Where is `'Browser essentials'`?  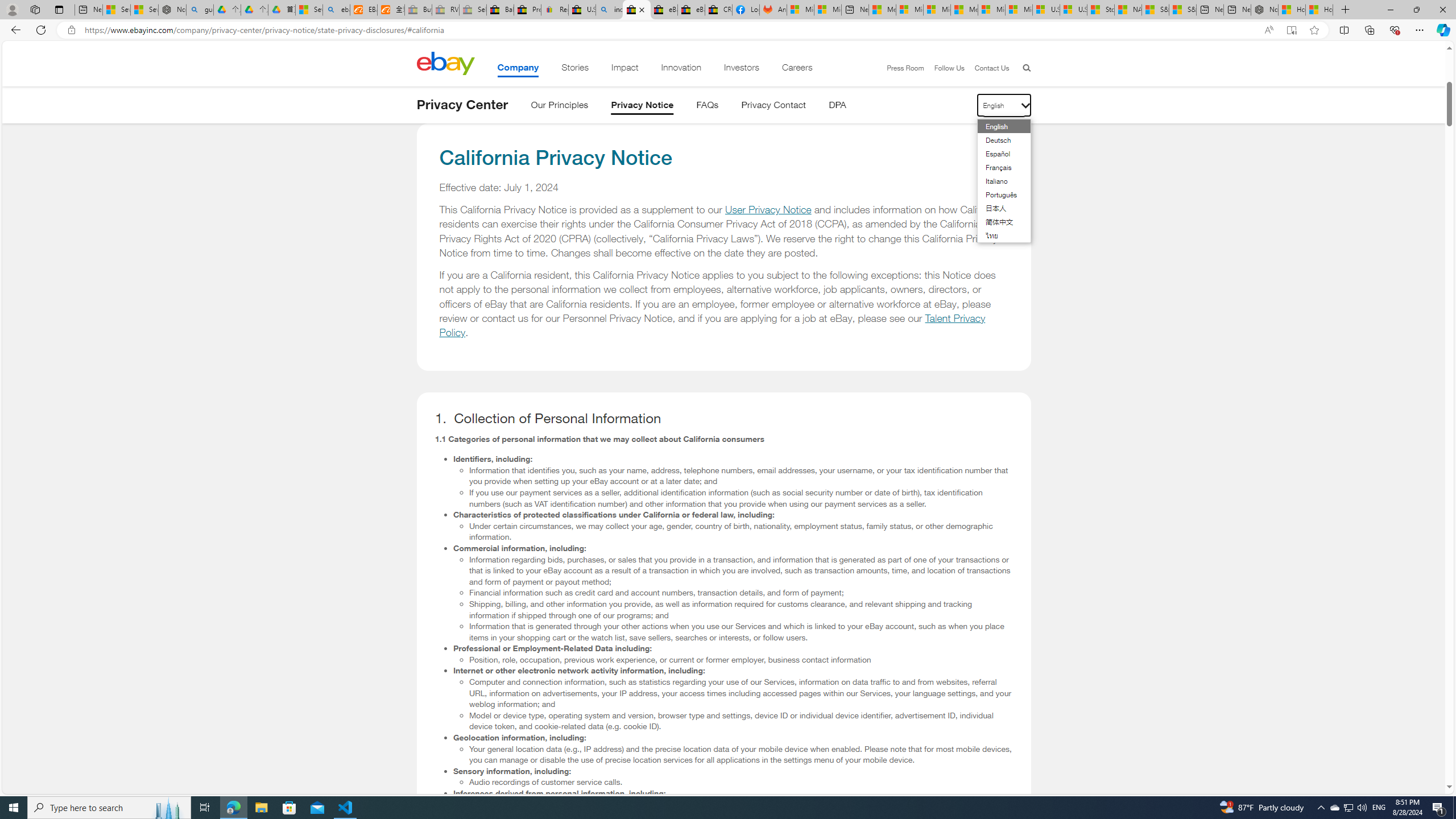 'Browser essentials' is located at coordinates (1394, 29).